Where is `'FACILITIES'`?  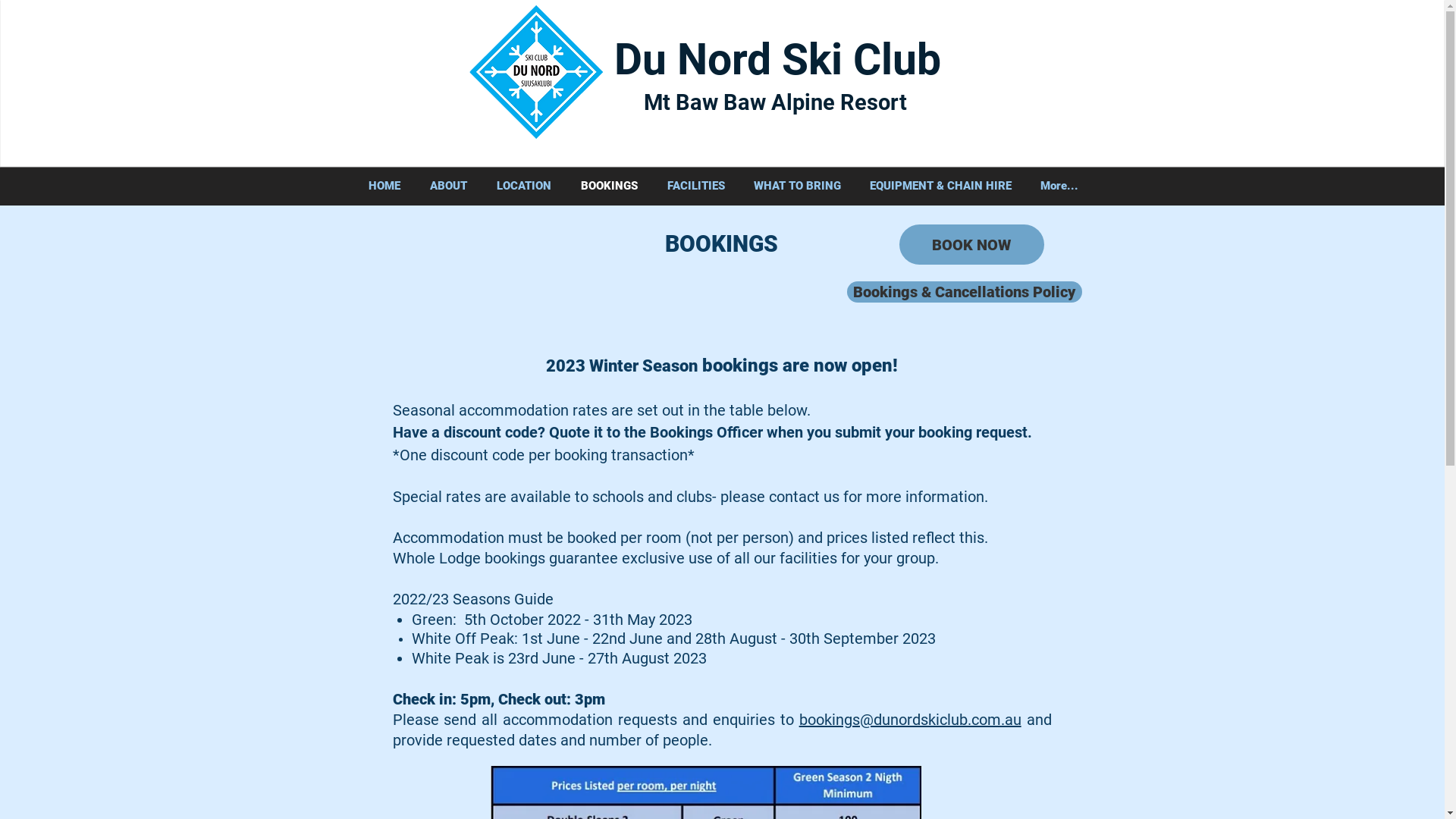
'FACILITIES' is located at coordinates (694, 185).